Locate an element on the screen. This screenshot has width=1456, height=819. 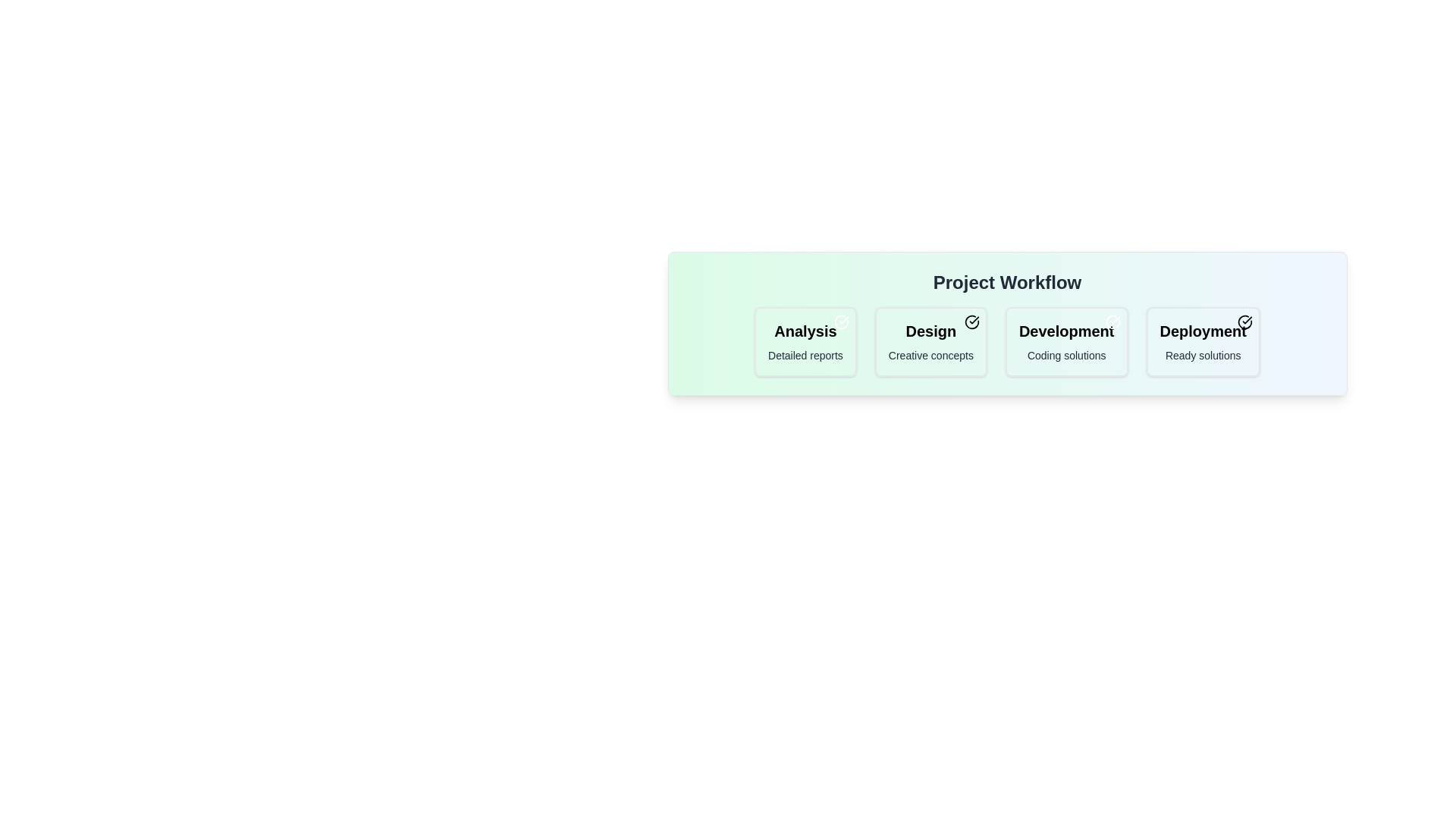
the chip labeled 'Analysis' is located at coordinates (805, 342).